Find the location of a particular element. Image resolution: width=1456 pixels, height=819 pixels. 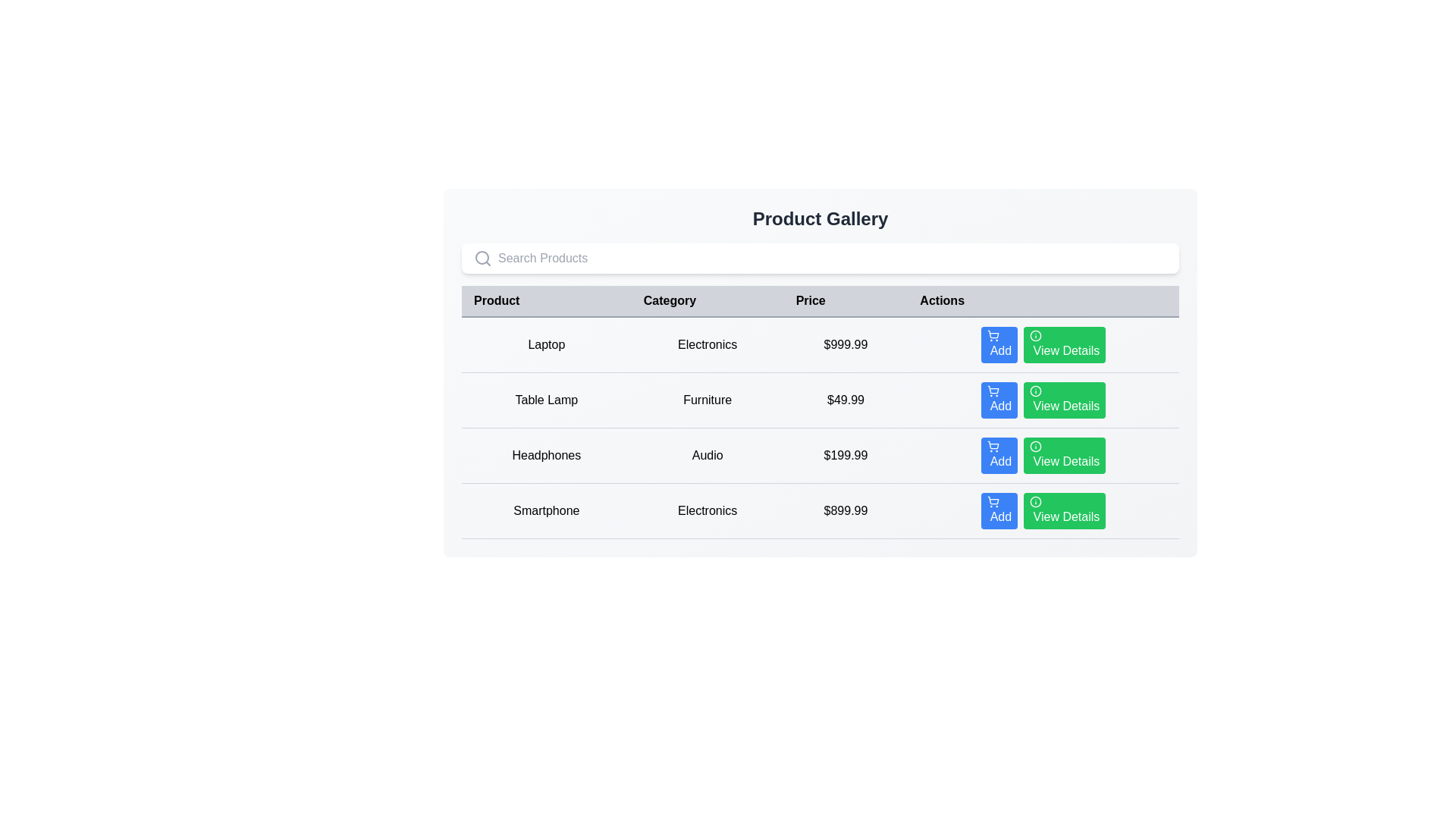

the first Circle SVG element is located at coordinates (1035, 446).